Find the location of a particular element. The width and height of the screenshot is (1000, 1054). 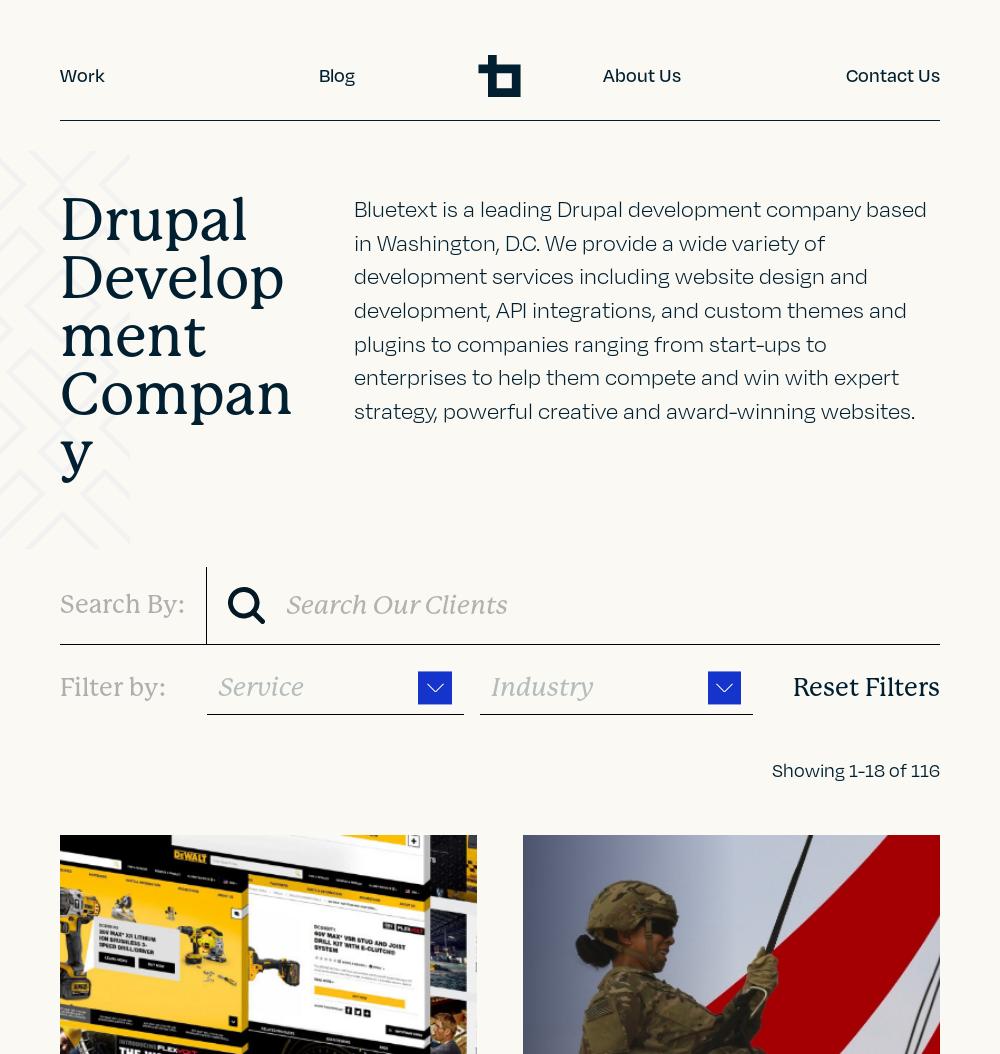

'Drupal Development Company' is located at coordinates (176, 336).